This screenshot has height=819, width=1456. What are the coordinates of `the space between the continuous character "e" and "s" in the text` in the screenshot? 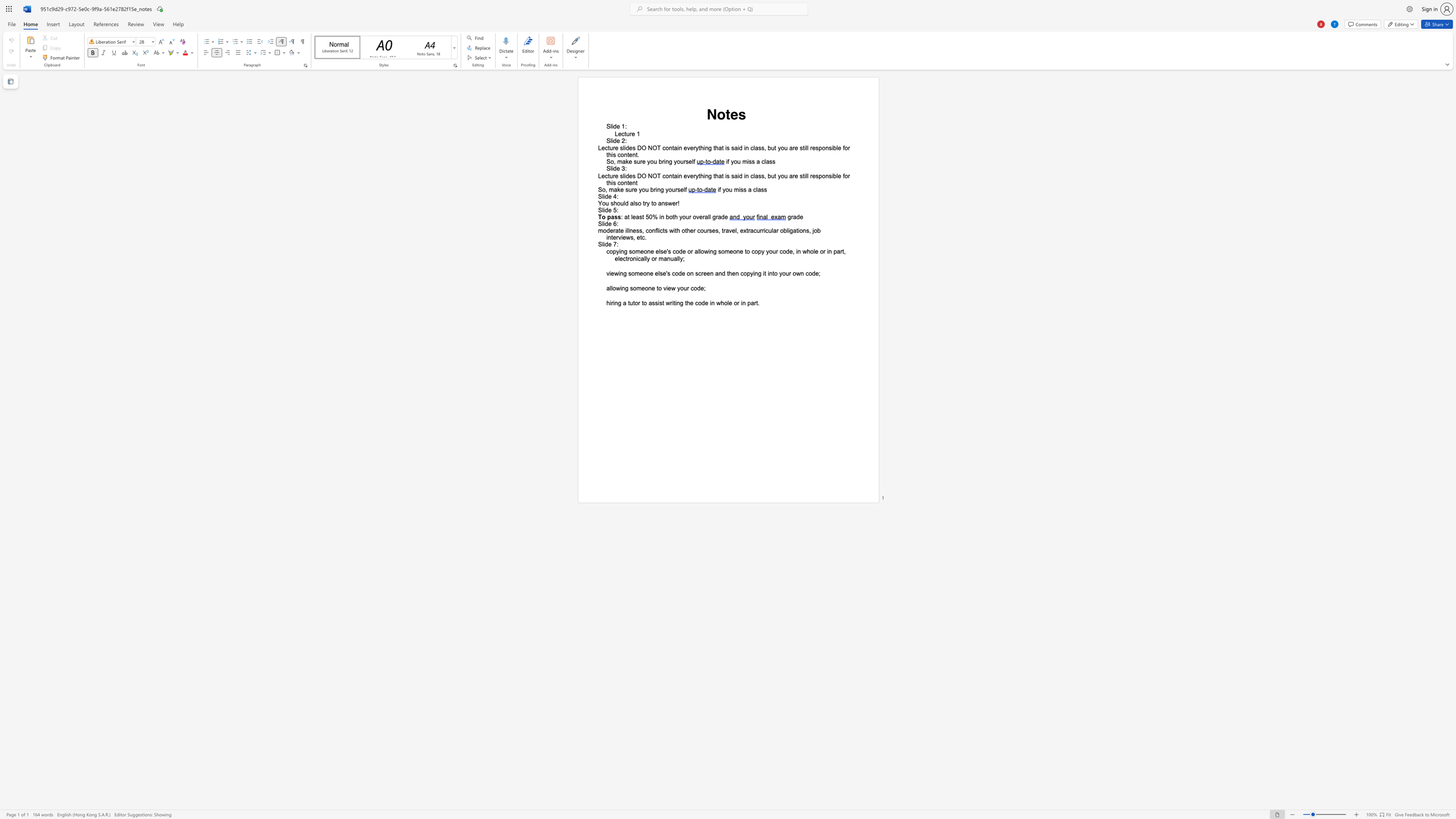 It's located at (632, 176).